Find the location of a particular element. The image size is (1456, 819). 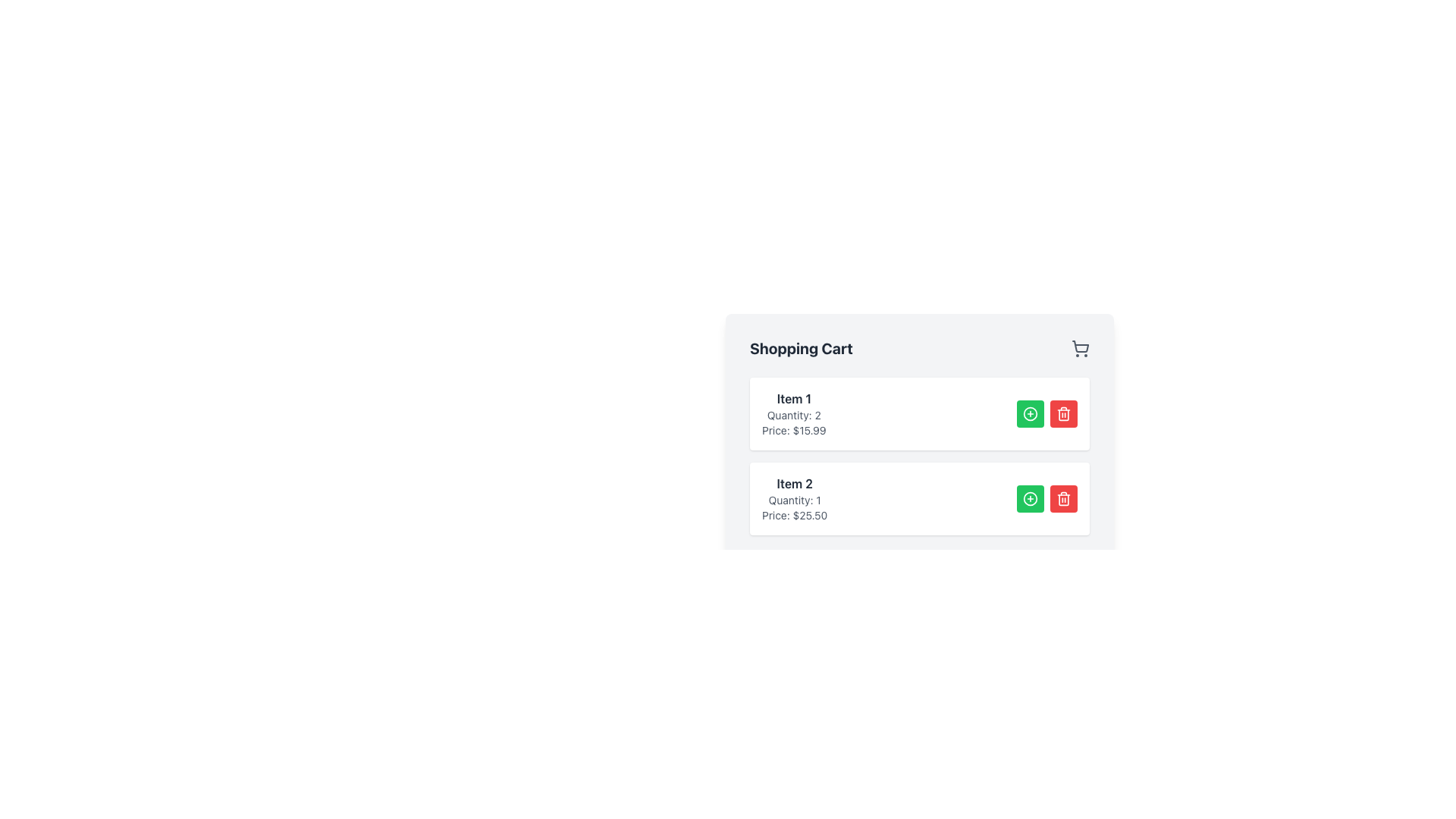

the static display text for 'Item 2' in the shopping cart, which provides details about the item's name, quantity, and price is located at coordinates (794, 499).